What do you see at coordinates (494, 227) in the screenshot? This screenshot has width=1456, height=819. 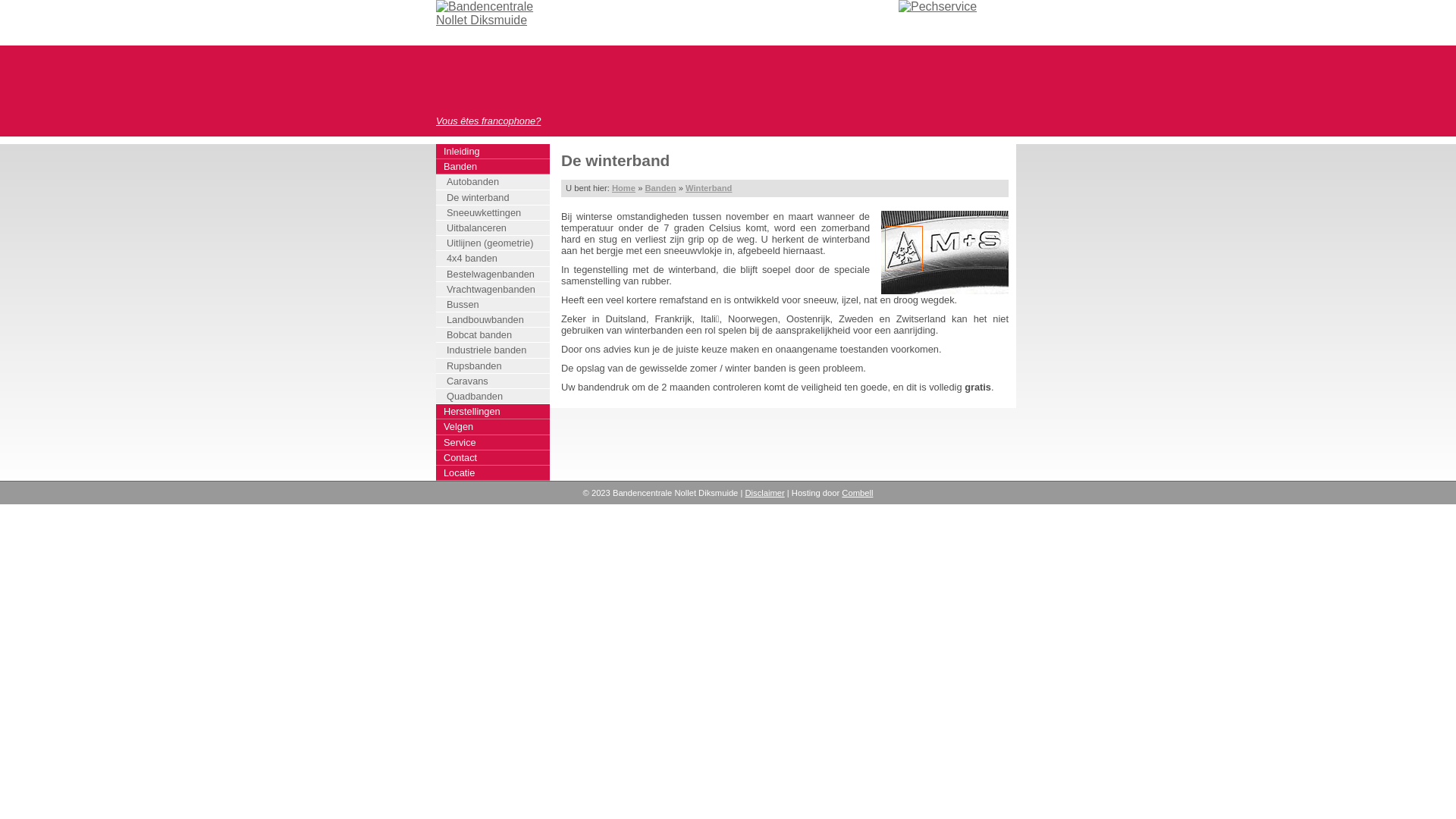 I see `'Uitbalanceren'` at bounding box center [494, 227].